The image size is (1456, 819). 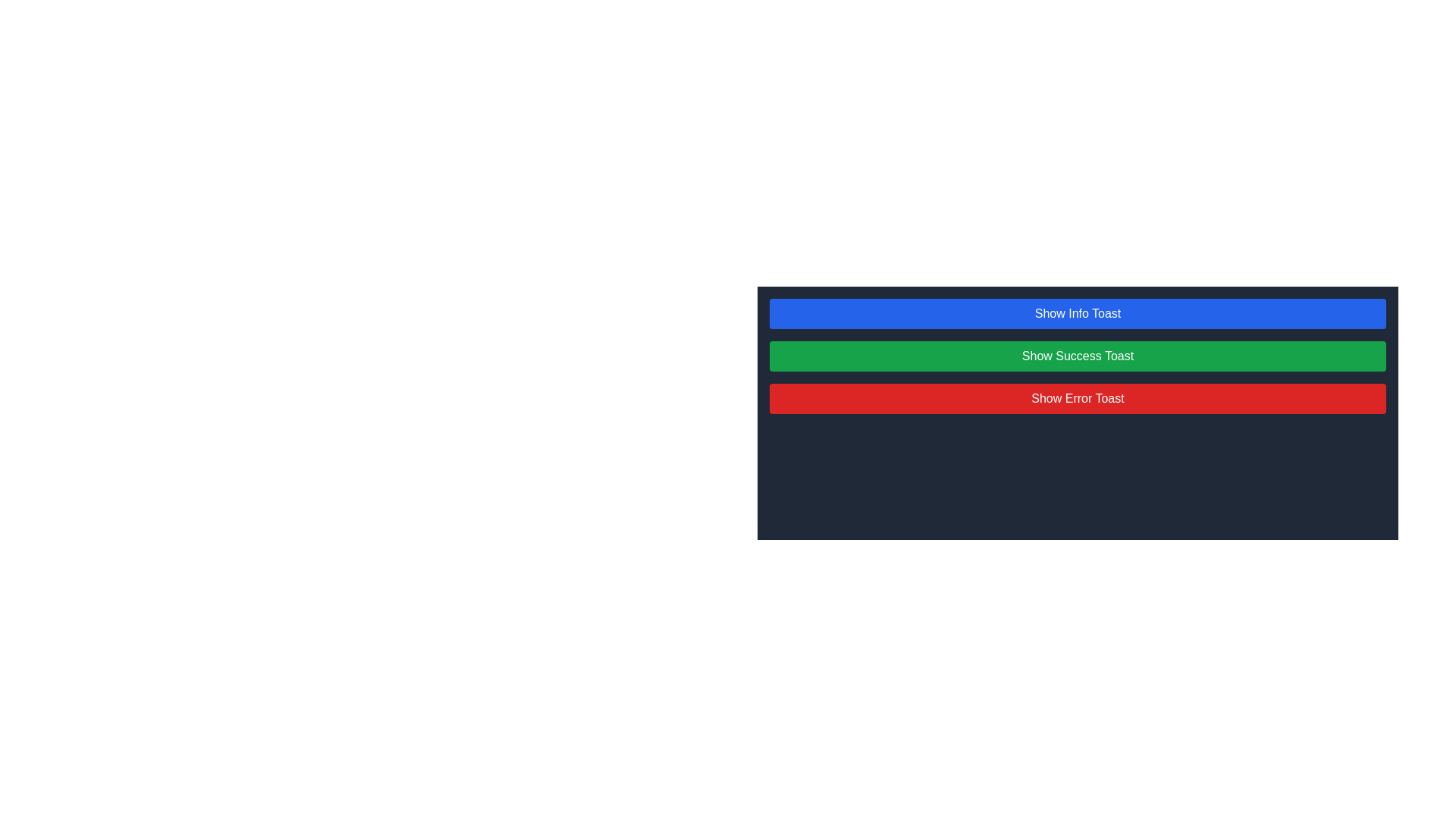 I want to click on the button in the upper-right modal panel, so click(x=1077, y=403).